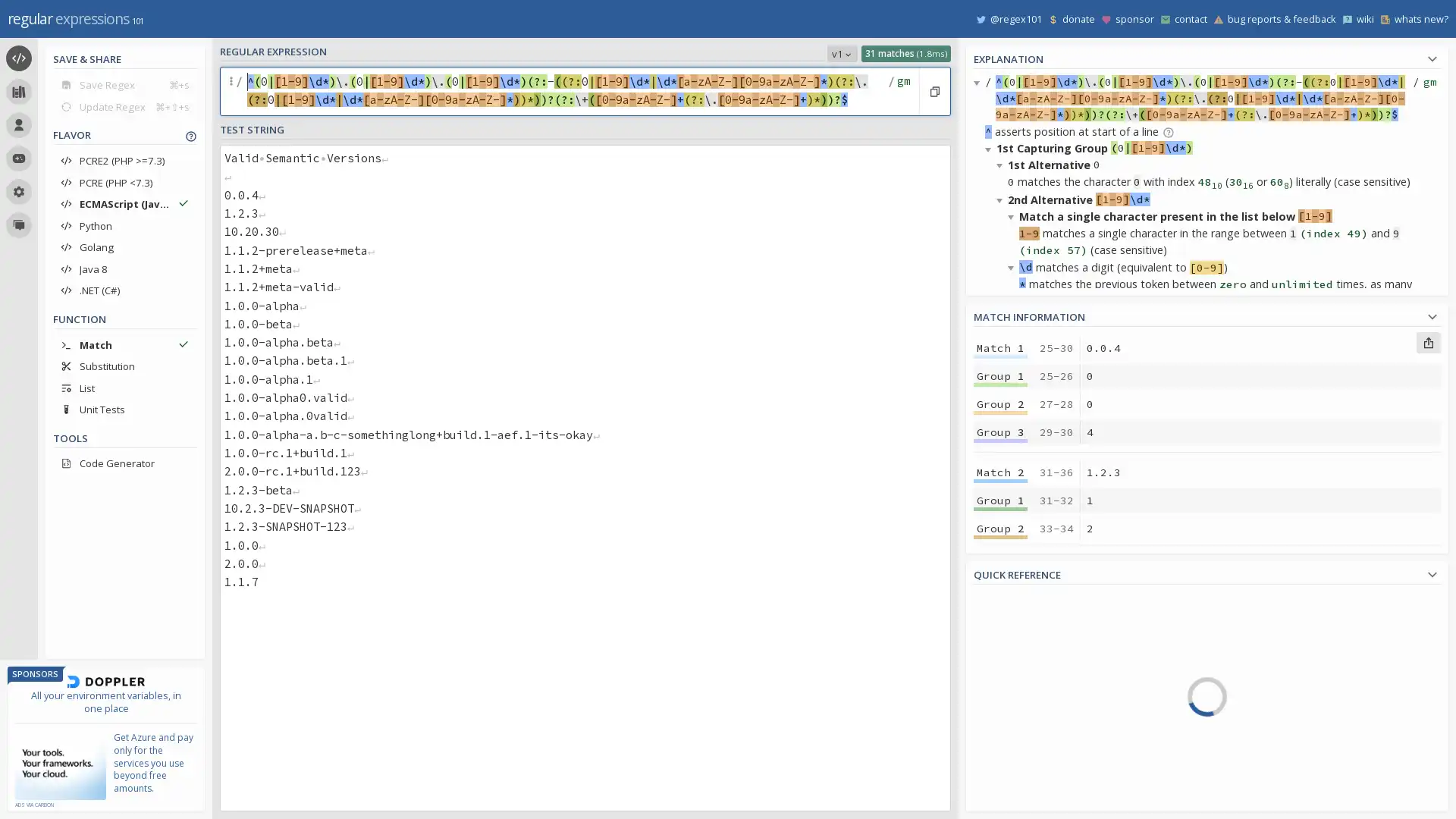 This screenshot has height=819, width=1456. Describe the element at coordinates (990, 525) in the screenshot. I see `Collapse Subtree` at that location.